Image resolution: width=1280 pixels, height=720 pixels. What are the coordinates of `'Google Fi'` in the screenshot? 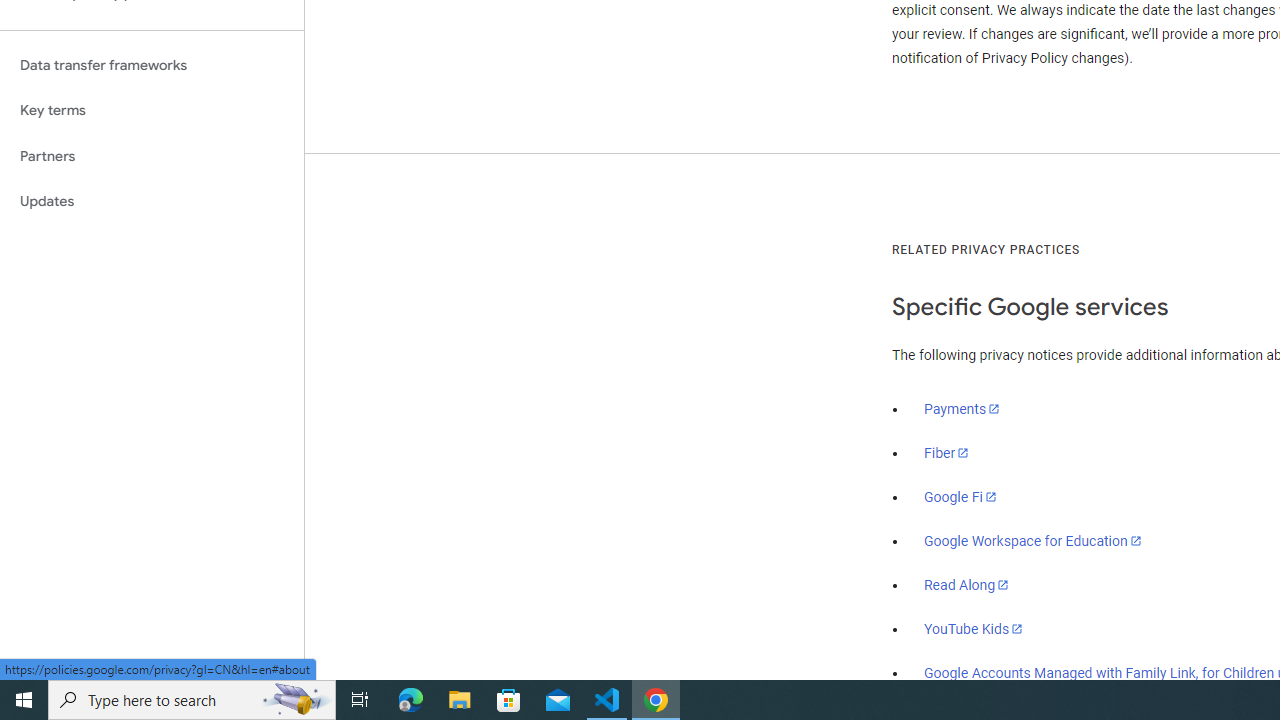 It's located at (960, 496).